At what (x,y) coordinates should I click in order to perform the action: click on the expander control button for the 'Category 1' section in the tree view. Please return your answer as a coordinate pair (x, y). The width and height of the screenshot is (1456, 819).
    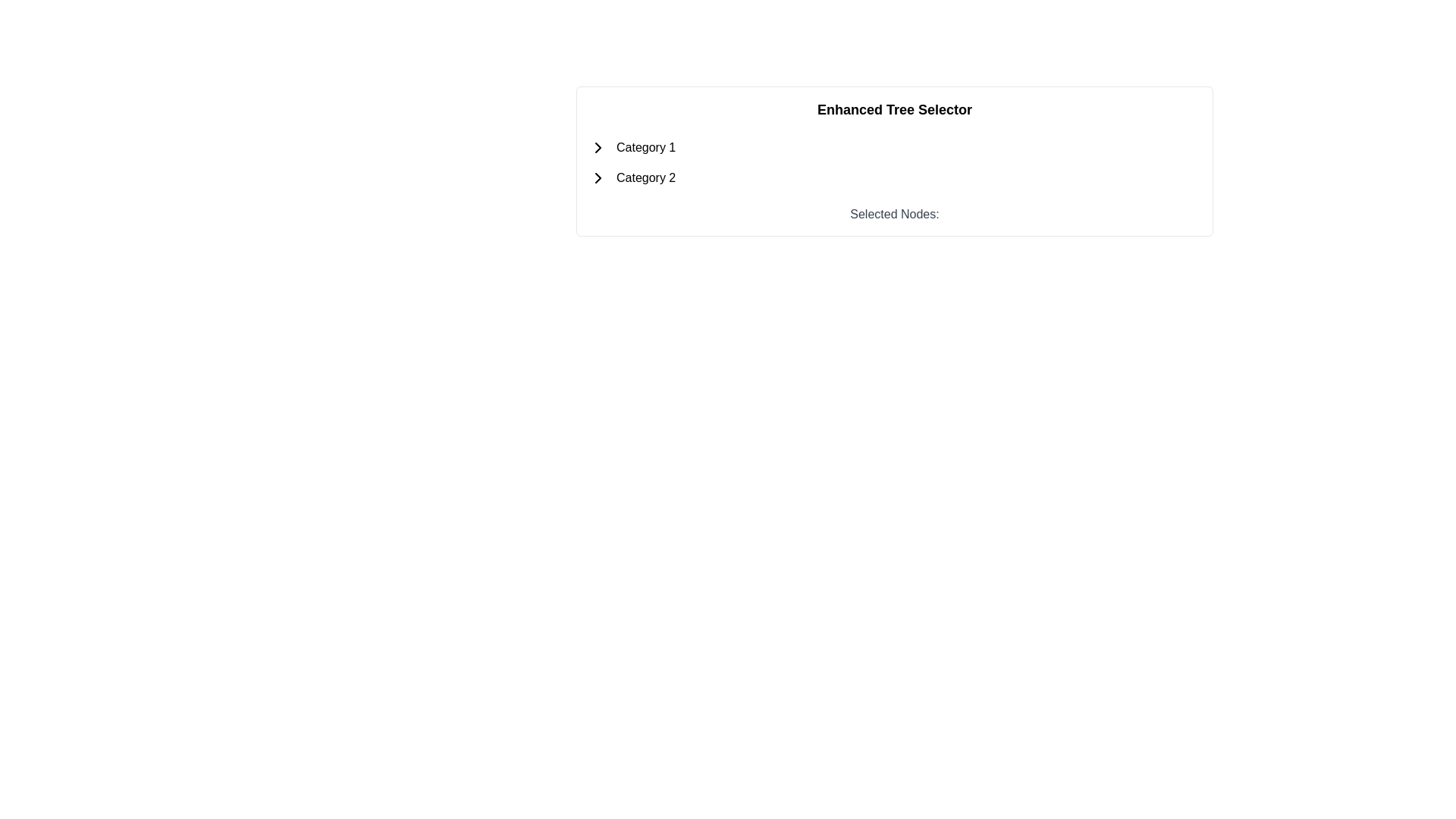
    Looking at the image, I should click on (597, 148).